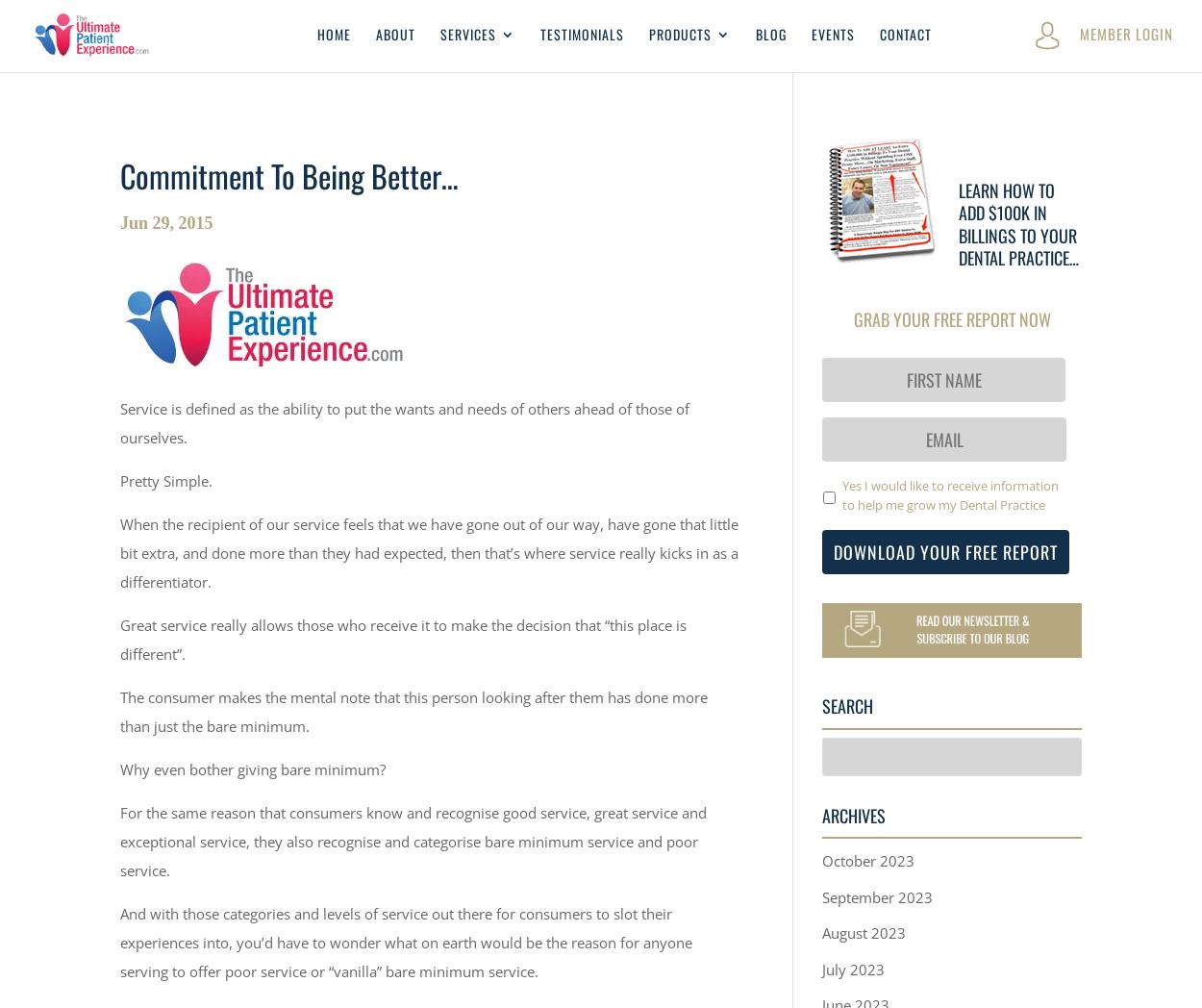 This screenshot has width=1202, height=1008. What do you see at coordinates (880, 32) in the screenshot?
I see `'Contact'` at bounding box center [880, 32].